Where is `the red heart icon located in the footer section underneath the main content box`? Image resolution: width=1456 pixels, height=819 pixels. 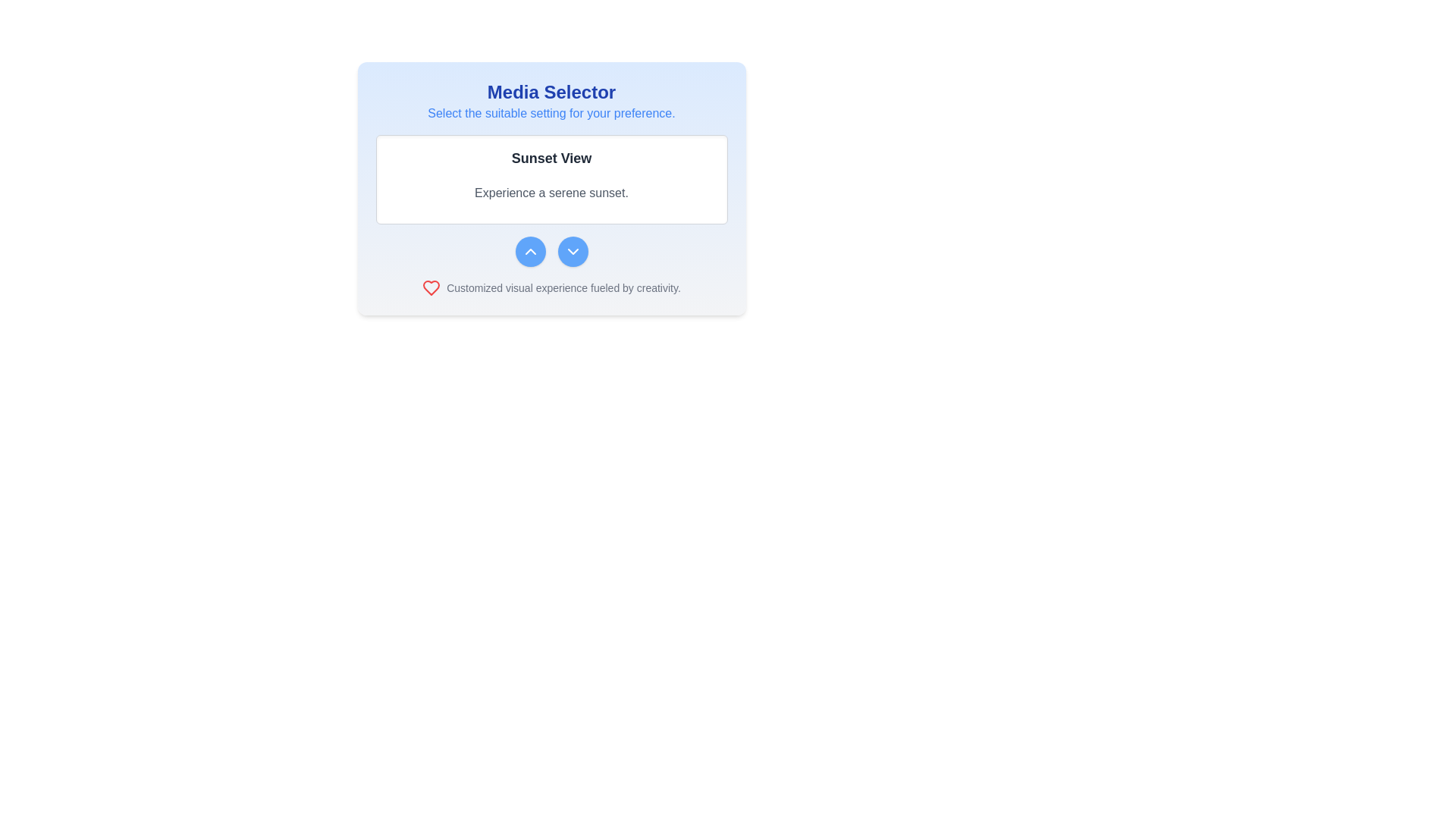
the red heart icon located in the footer section underneath the main content box is located at coordinates (431, 288).